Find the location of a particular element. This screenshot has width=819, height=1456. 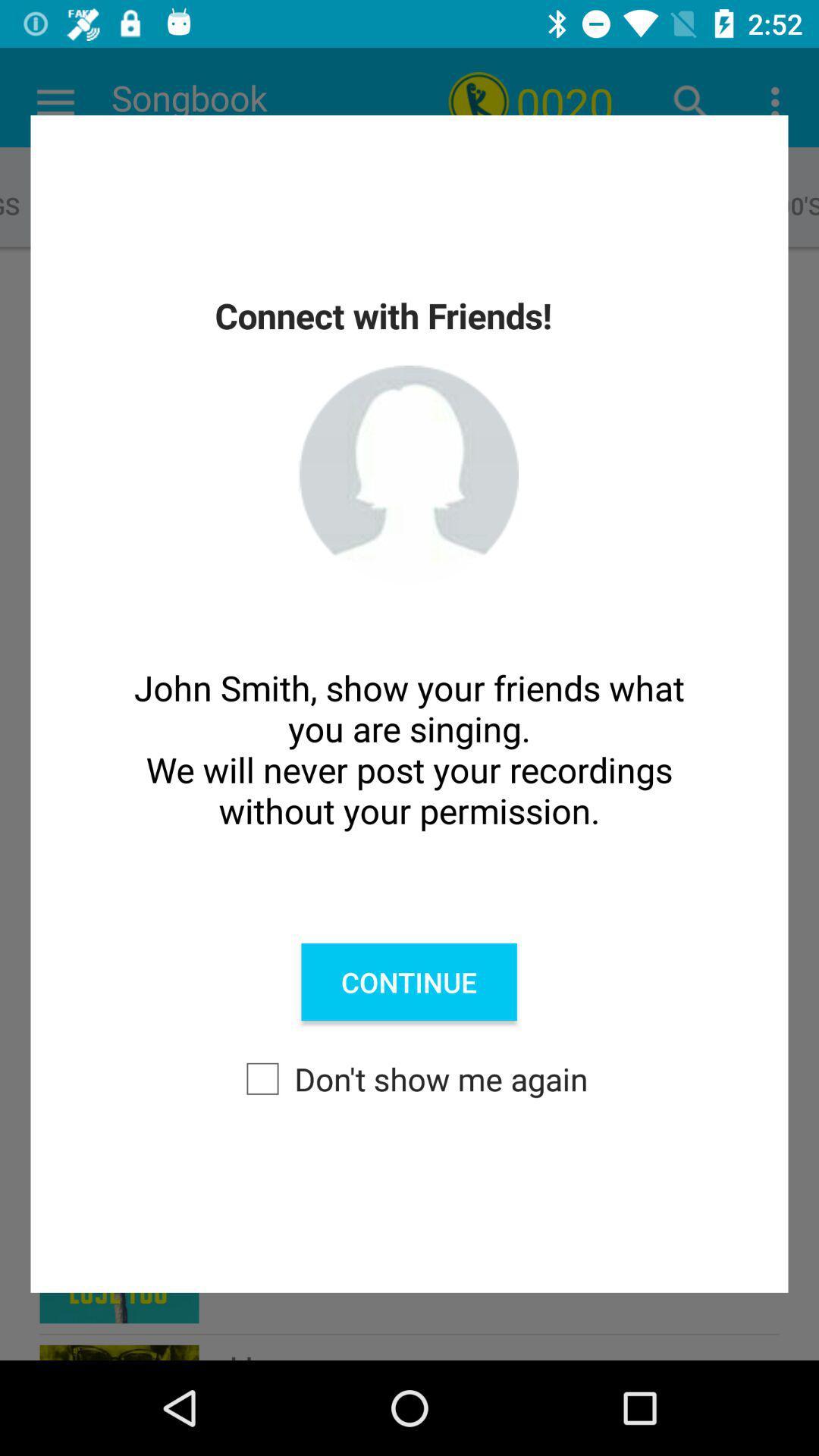

icon below the continue icon is located at coordinates (409, 1078).